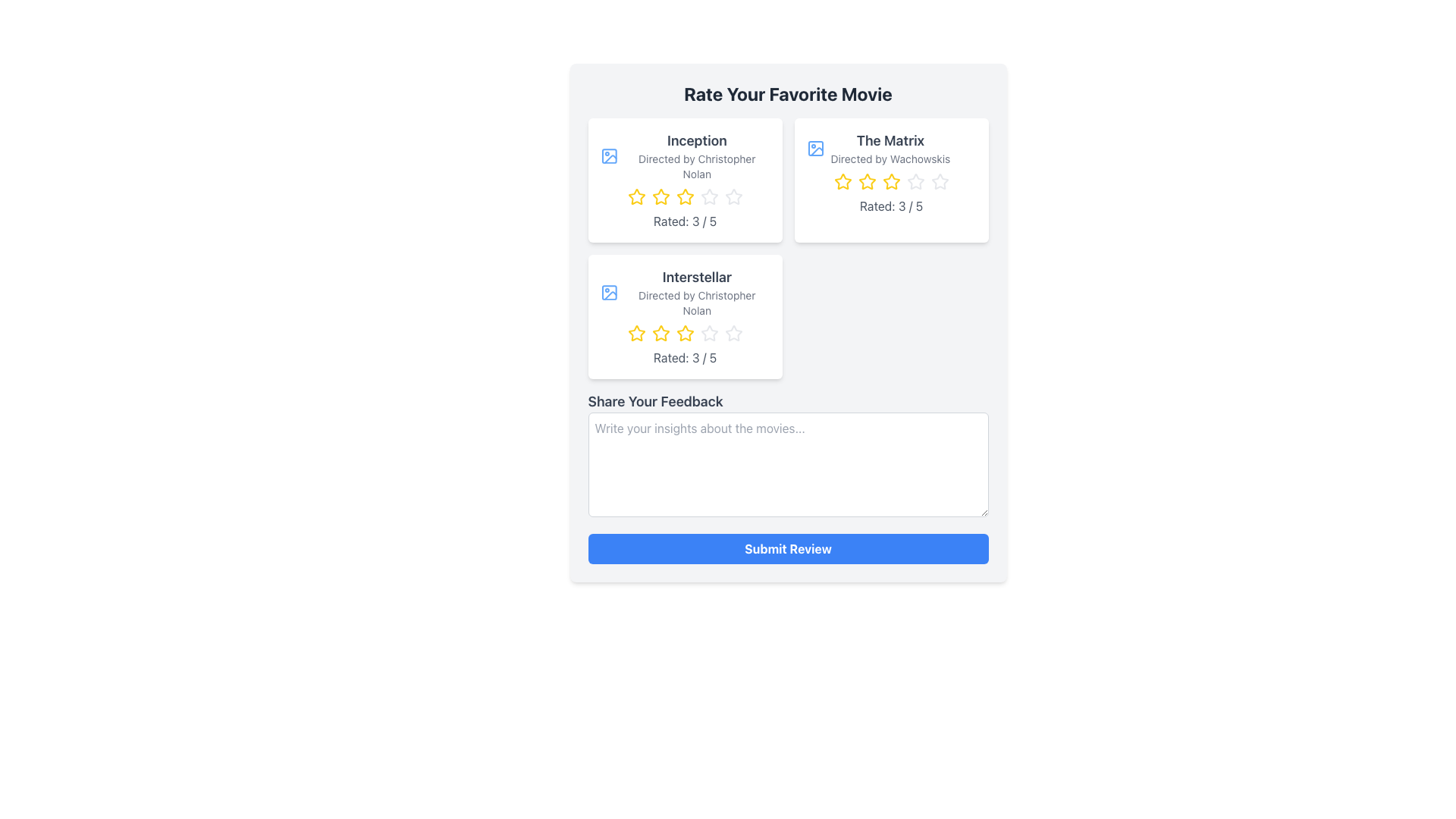 The width and height of the screenshot is (1456, 819). What do you see at coordinates (609, 292) in the screenshot?
I see `the SVG rectangle with rounded corners that serves as an icon placeholder for the movie 'Interstellar', located in the bottom left section of the primary layout grid` at bounding box center [609, 292].